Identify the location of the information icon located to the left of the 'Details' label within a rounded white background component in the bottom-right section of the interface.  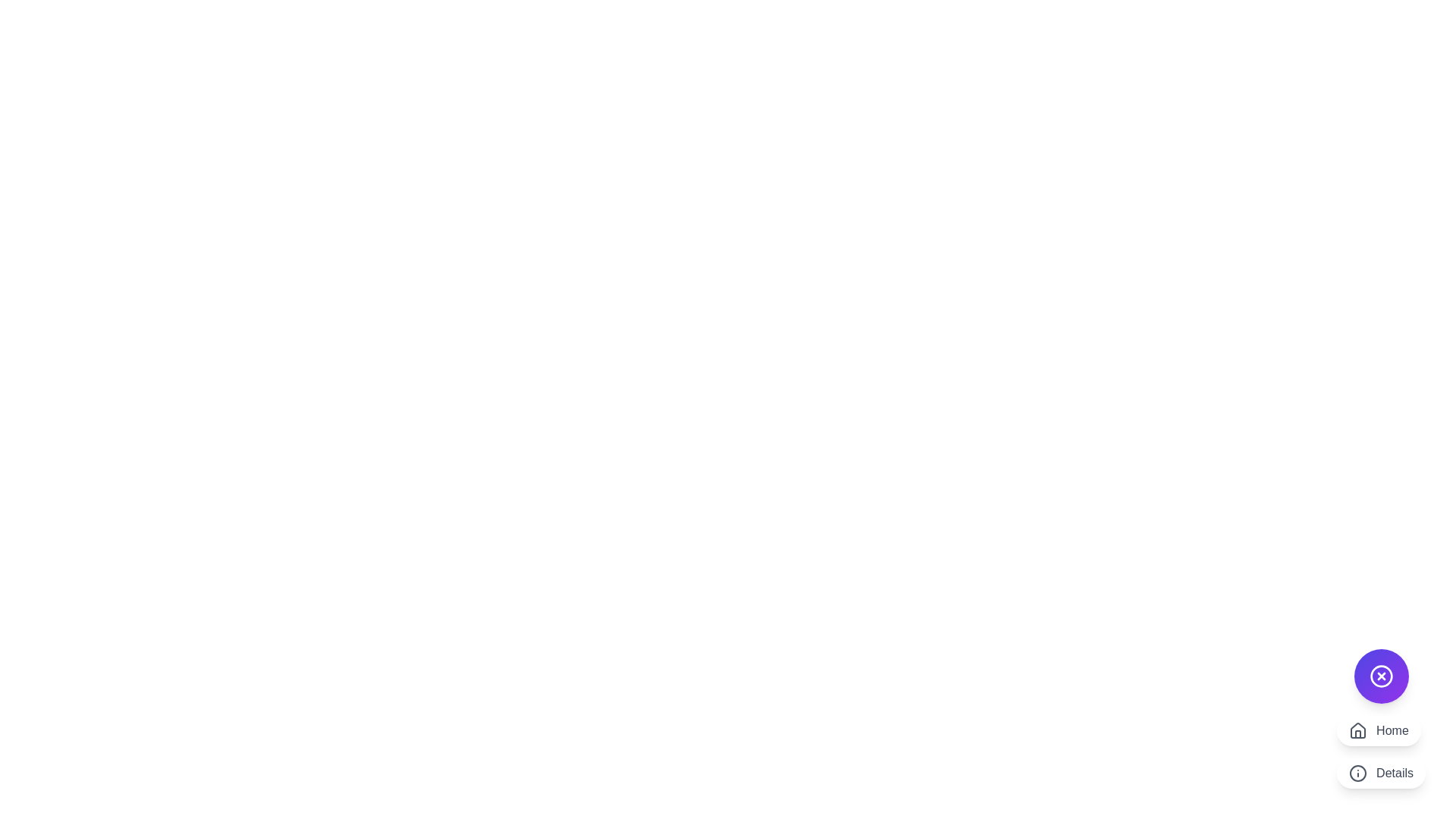
(1358, 773).